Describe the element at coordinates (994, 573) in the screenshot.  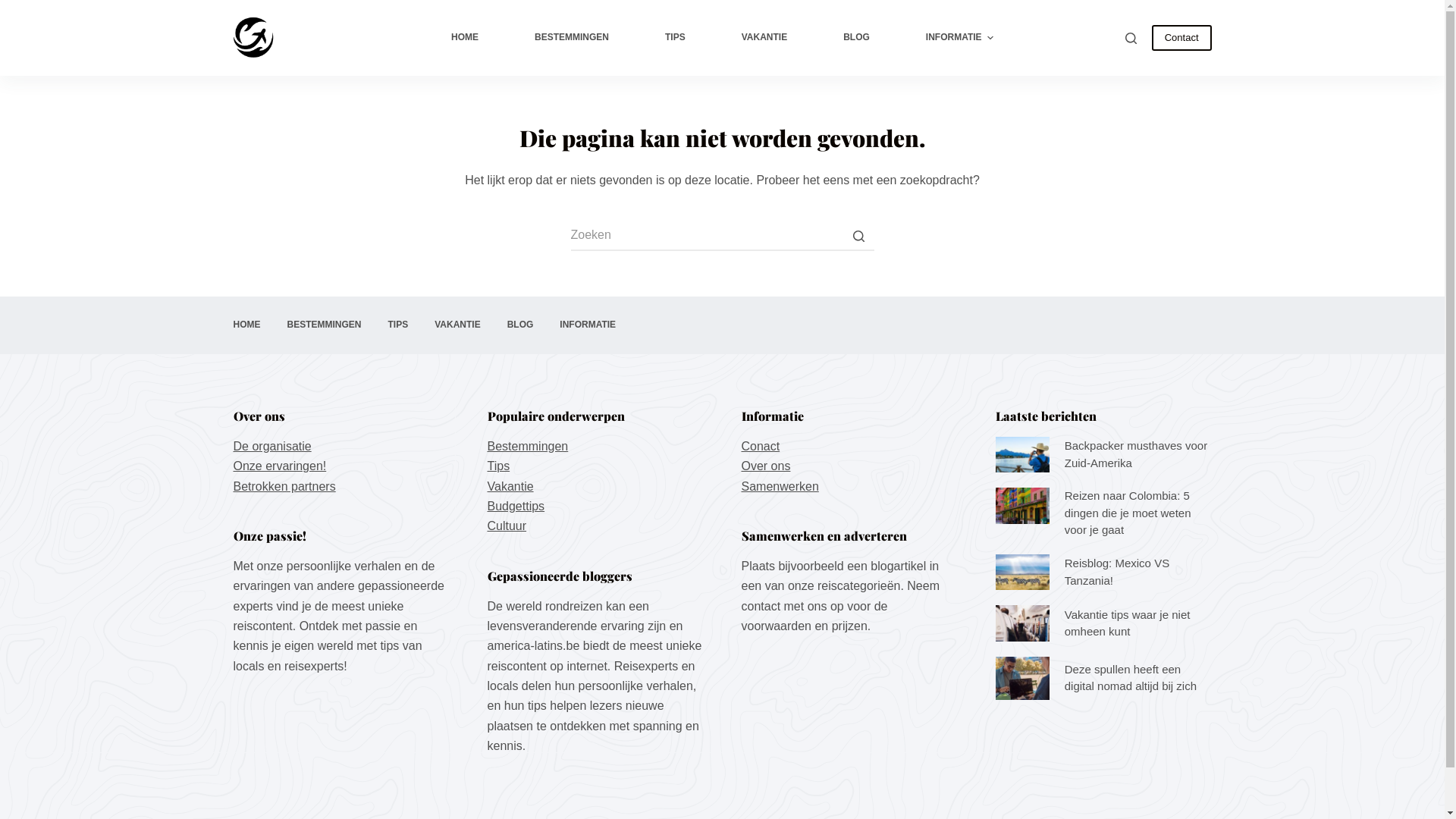
I see `'Reisblog: Mexico VS Tanzania!'` at that location.